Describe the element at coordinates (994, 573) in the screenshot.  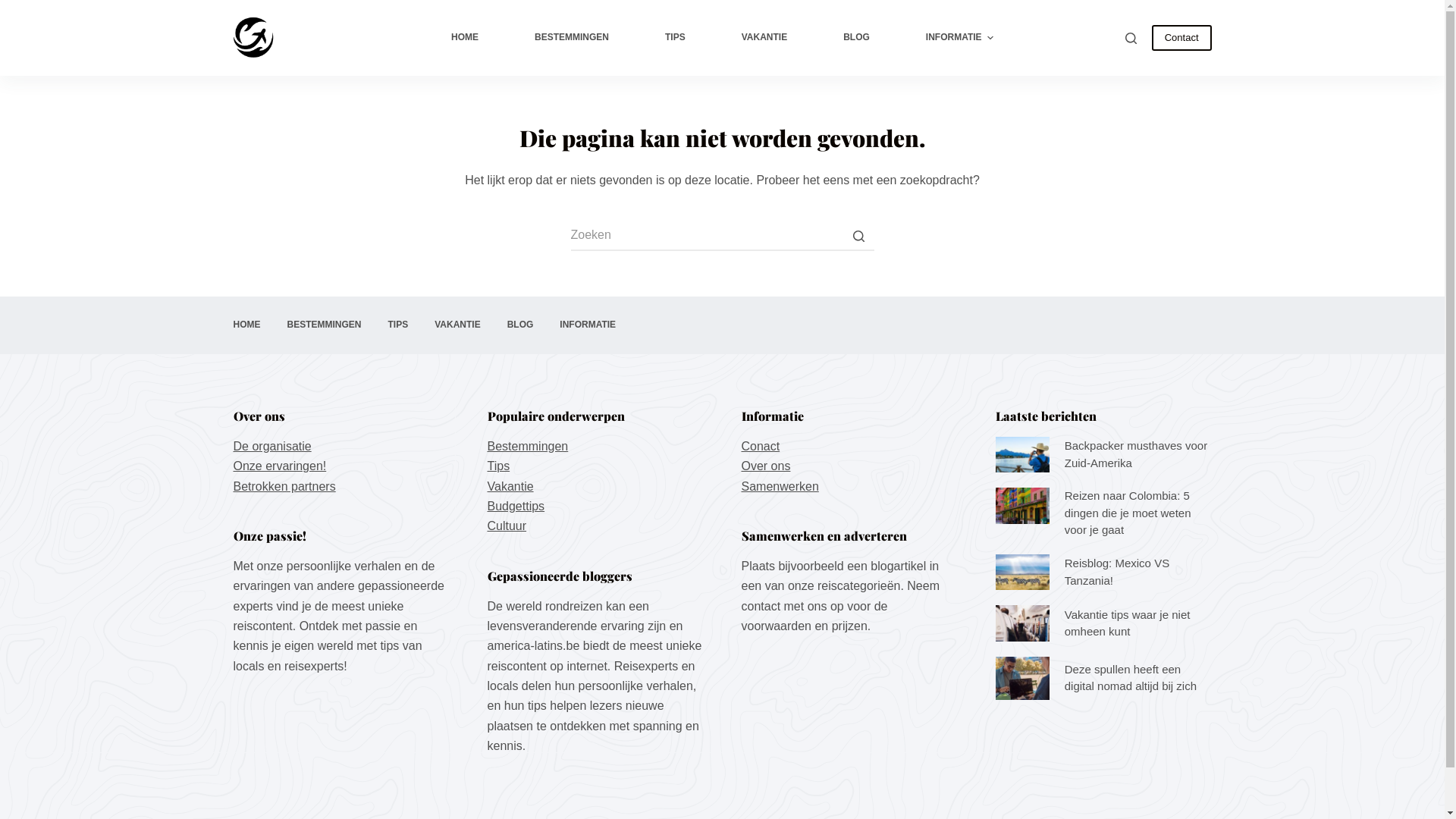
I see `'Reisblog: Mexico VS Tanzania!'` at that location.